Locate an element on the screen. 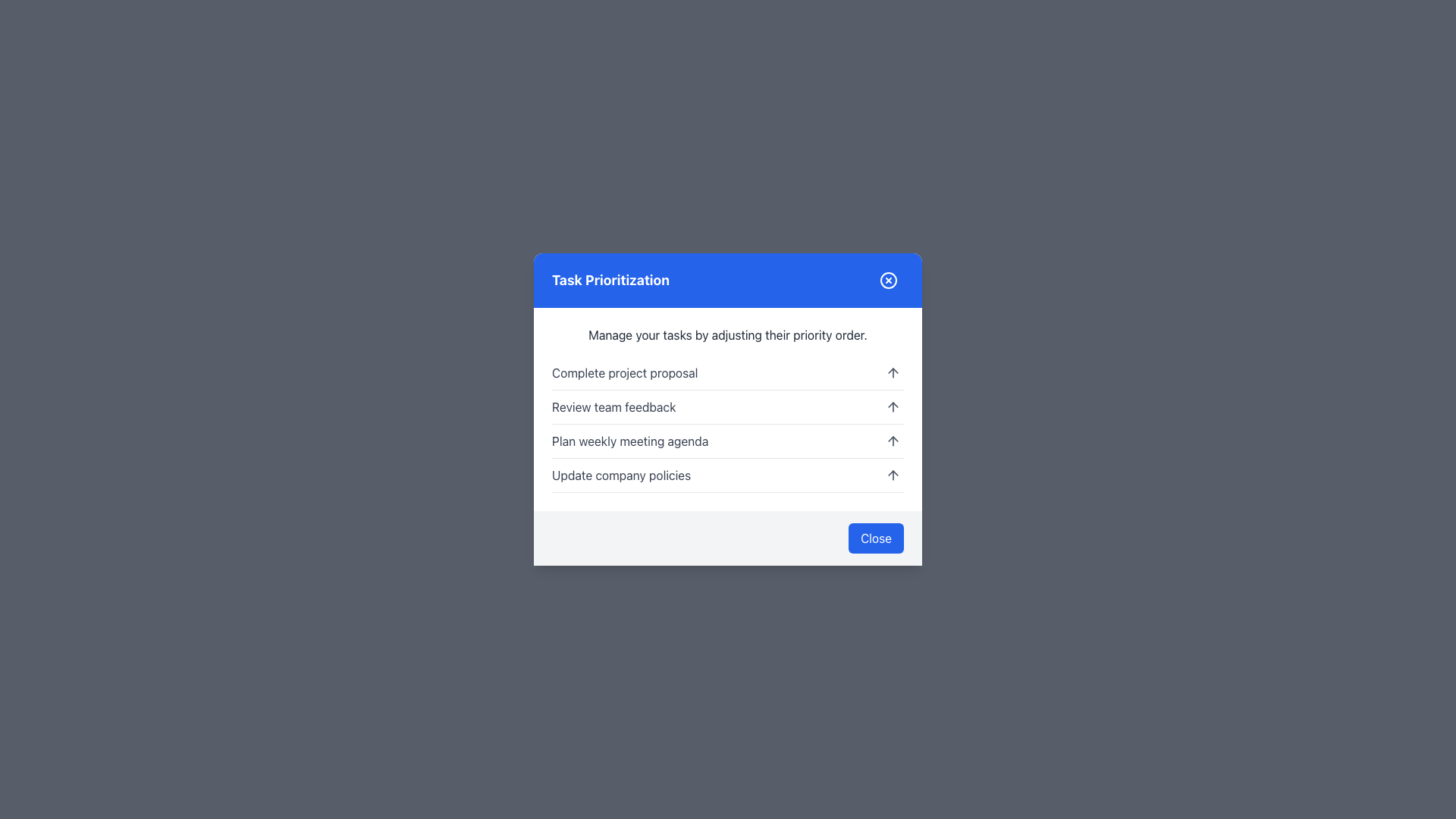 Image resolution: width=1456 pixels, height=819 pixels. the upward pointing arrow icon located towards the bottom-right corner of the modal box to move the associated item upward in priority is located at coordinates (893, 475).